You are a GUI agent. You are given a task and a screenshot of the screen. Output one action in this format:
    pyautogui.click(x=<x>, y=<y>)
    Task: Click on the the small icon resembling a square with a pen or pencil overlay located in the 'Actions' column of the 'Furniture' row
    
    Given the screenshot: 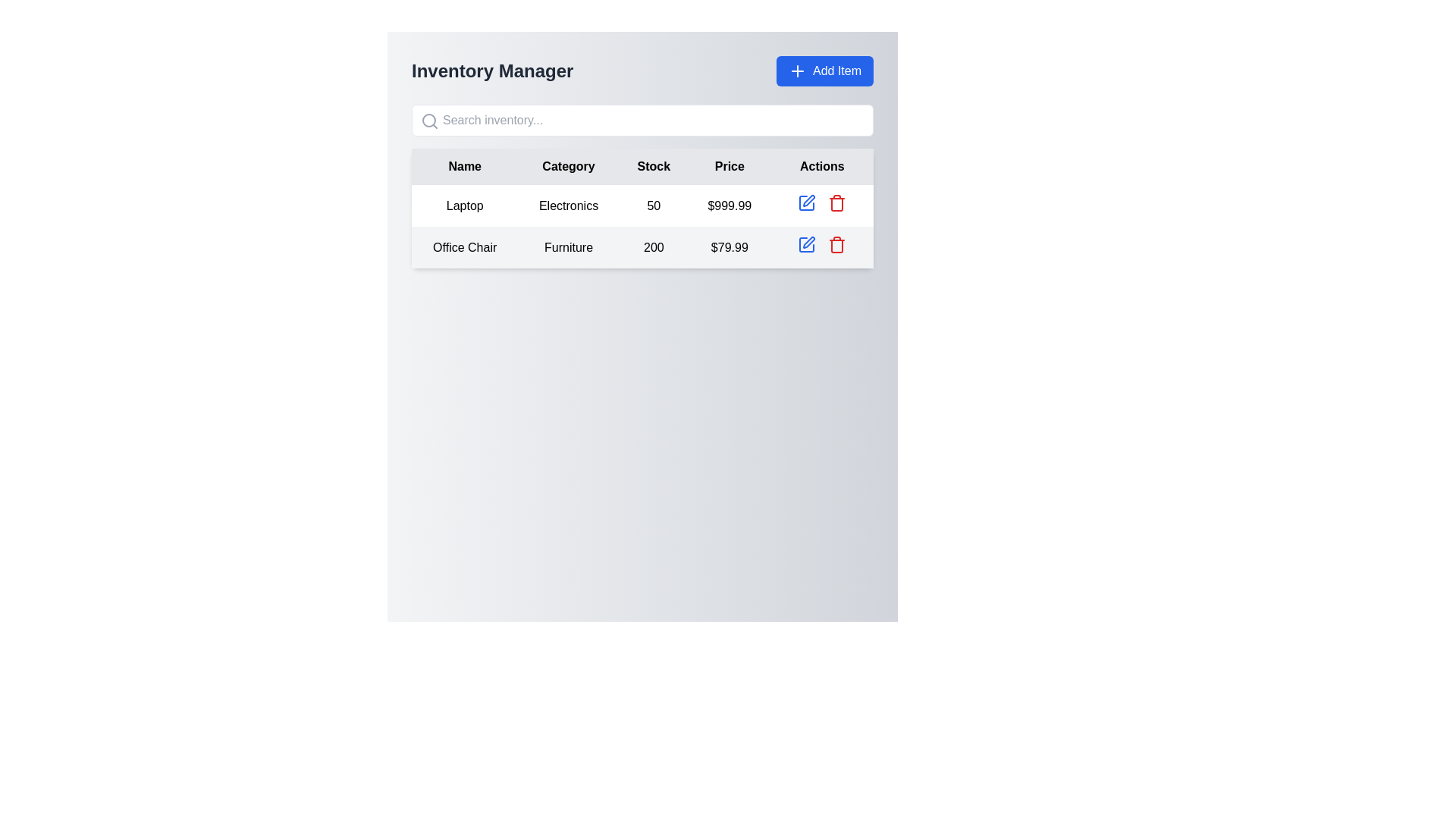 What is the action you would take?
    pyautogui.click(x=806, y=244)
    